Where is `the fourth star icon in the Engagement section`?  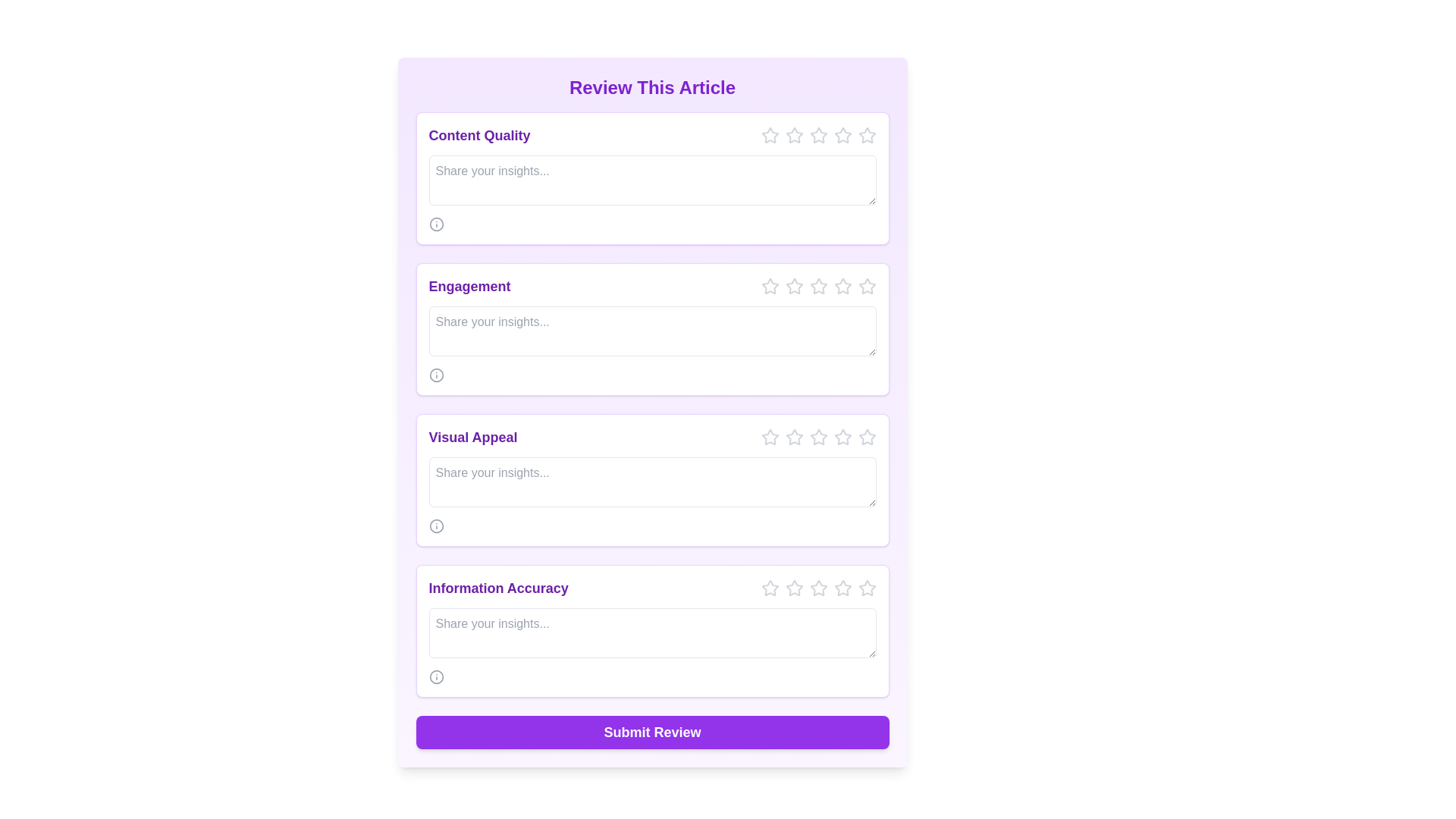 the fourth star icon in the Engagement section is located at coordinates (817, 286).